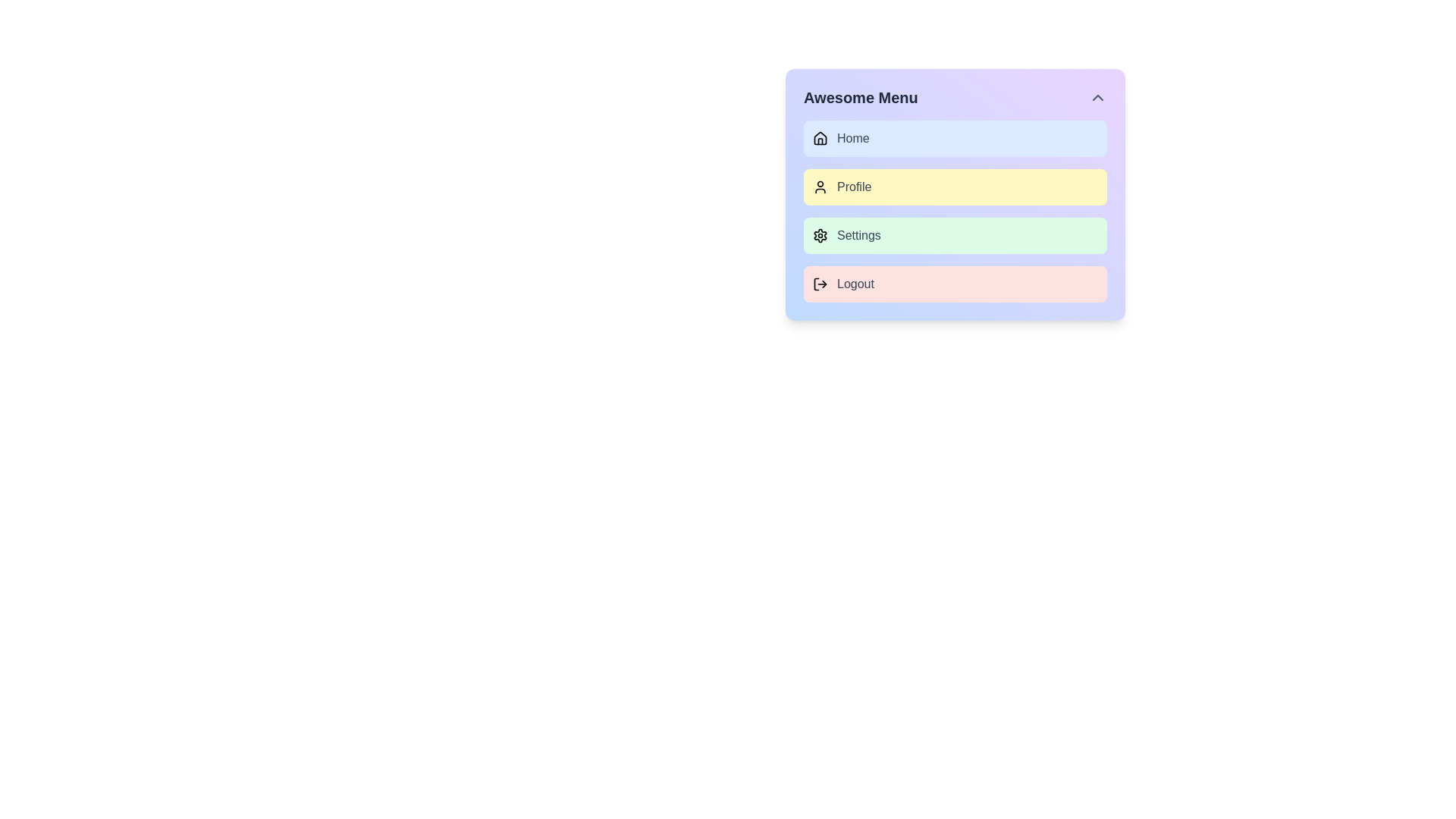  Describe the element at coordinates (819, 138) in the screenshot. I see `the house icon located in the 'Home' menu option of the 'Awesome Menu' dropdown` at that location.